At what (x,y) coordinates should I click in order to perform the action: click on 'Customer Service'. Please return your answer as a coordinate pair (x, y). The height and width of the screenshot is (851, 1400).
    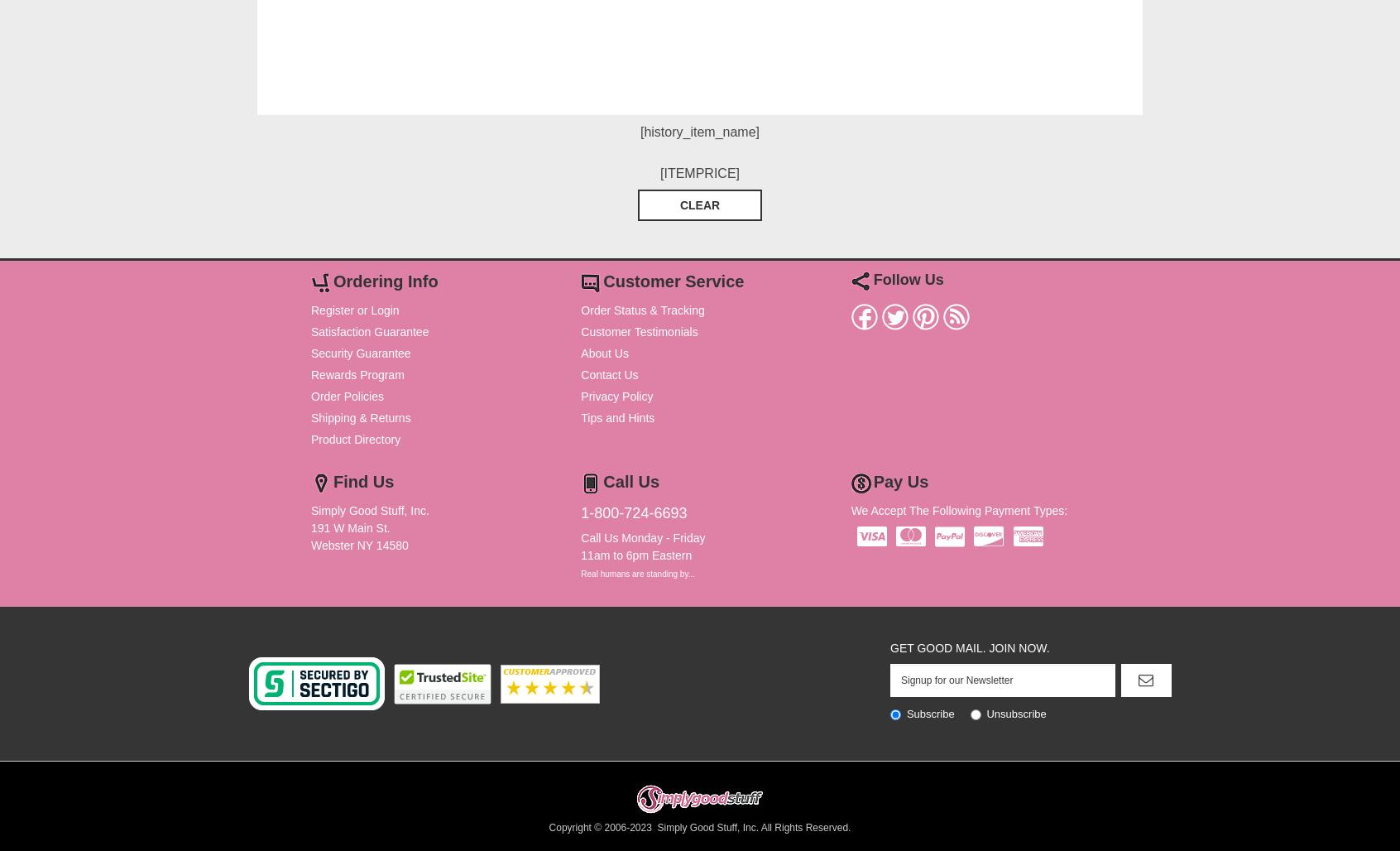
    Looking at the image, I should click on (602, 280).